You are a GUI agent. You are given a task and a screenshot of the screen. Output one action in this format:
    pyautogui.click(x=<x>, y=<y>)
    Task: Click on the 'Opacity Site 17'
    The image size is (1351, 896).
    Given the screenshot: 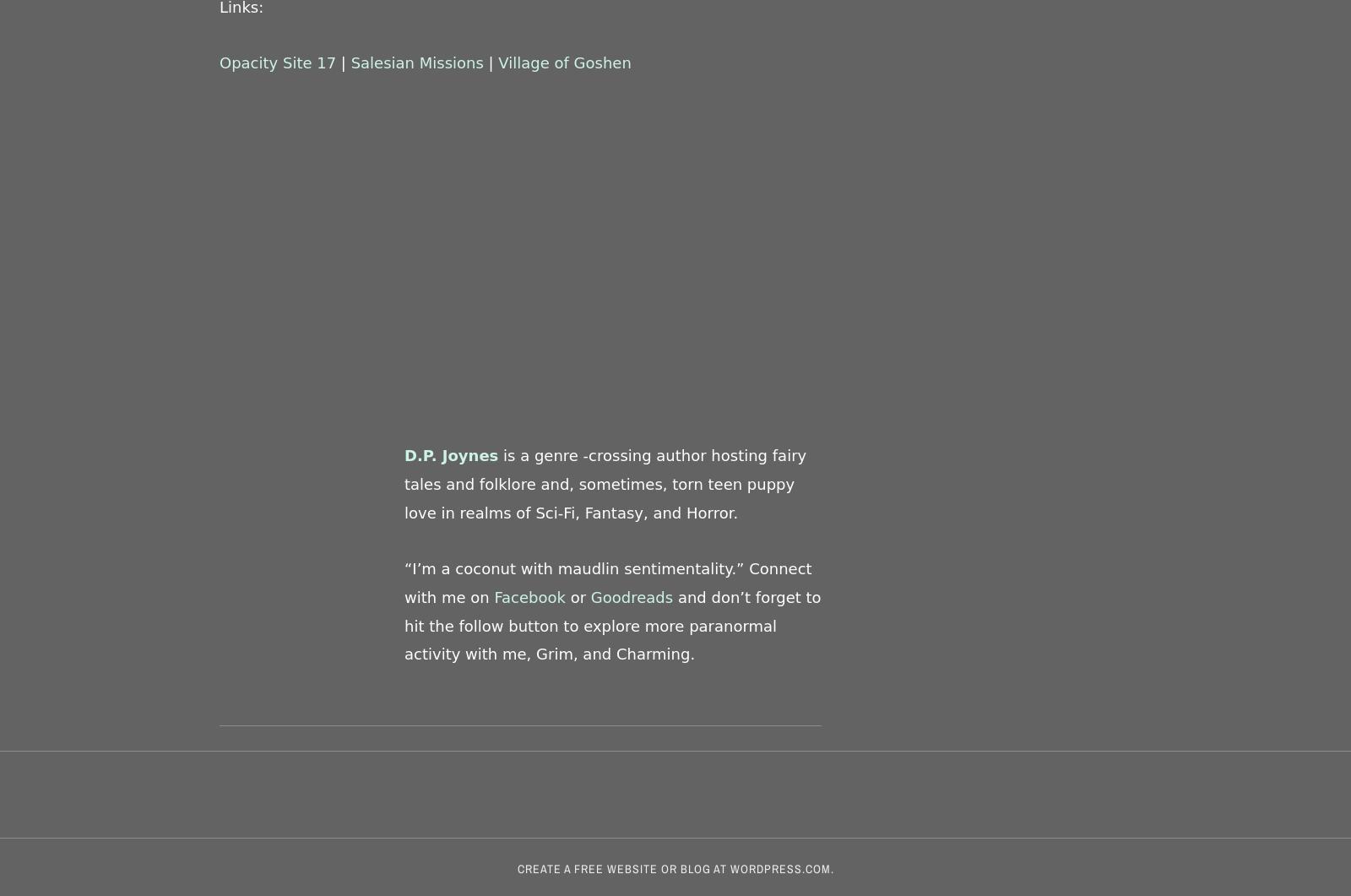 What is the action you would take?
    pyautogui.click(x=277, y=62)
    